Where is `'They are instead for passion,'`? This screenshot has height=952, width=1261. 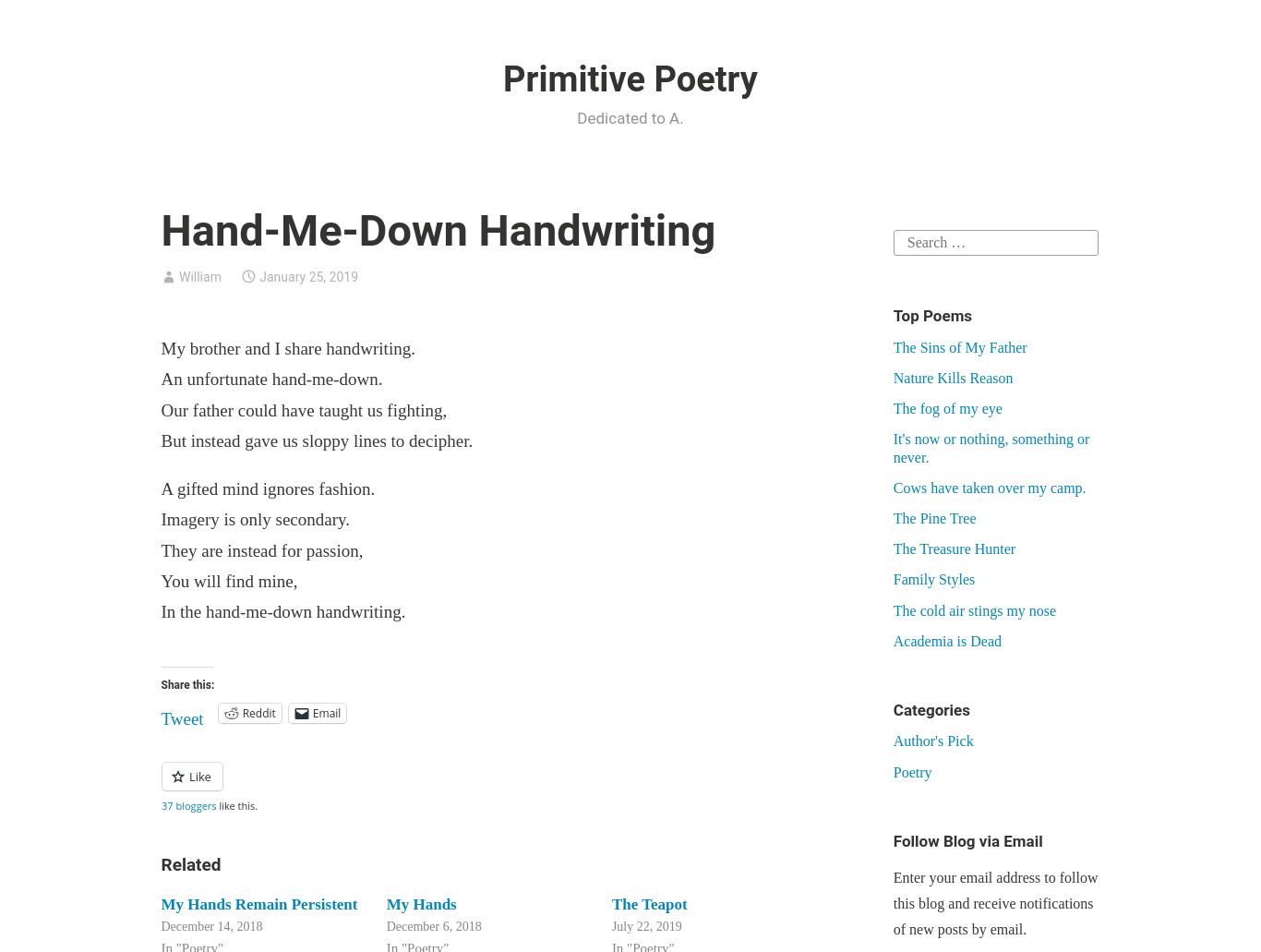 'They are instead for passion,' is located at coordinates (261, 548).